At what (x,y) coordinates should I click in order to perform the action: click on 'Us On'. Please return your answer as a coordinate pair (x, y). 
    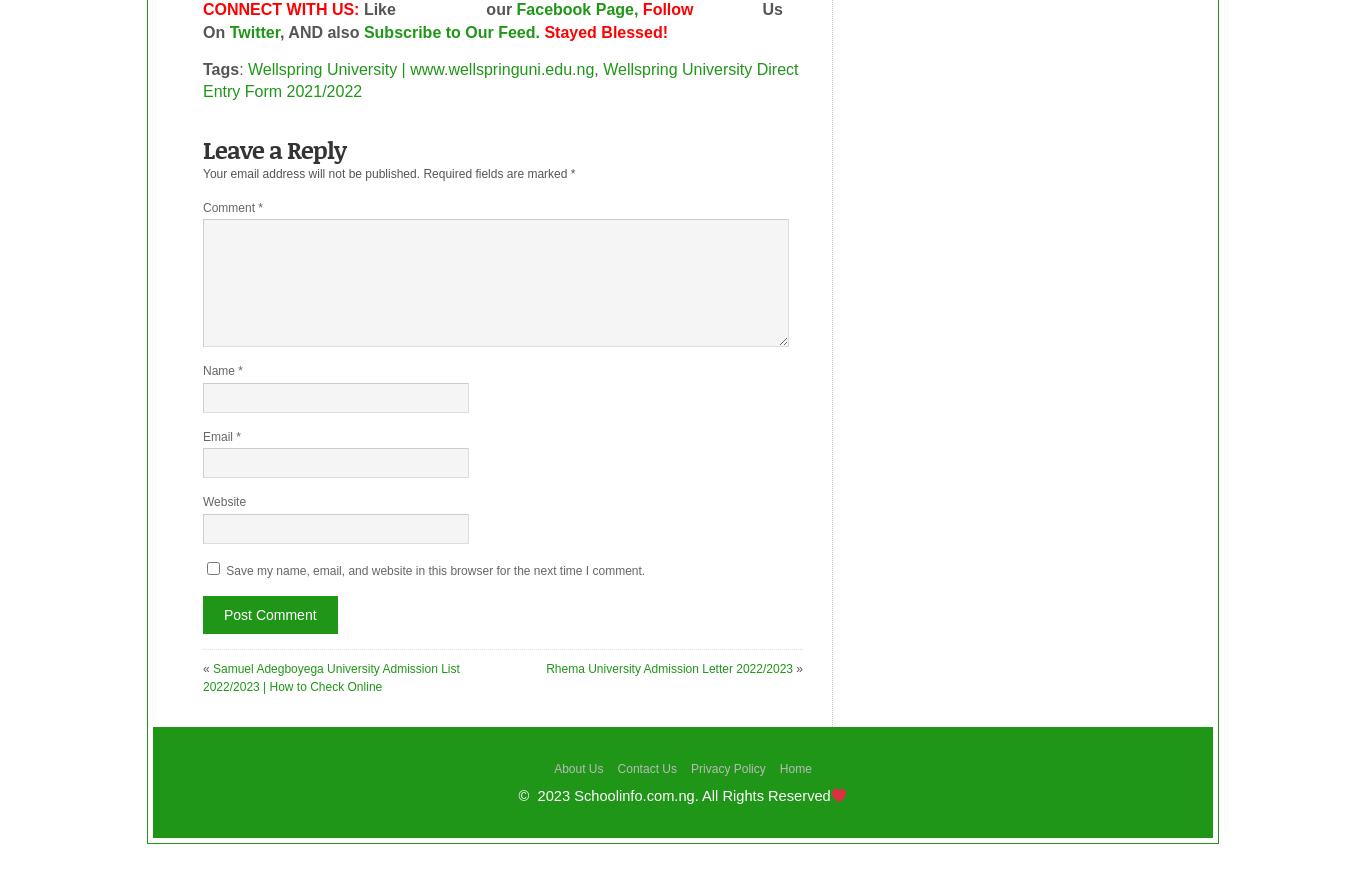
    Looking at the image, I should click on (492, 19).